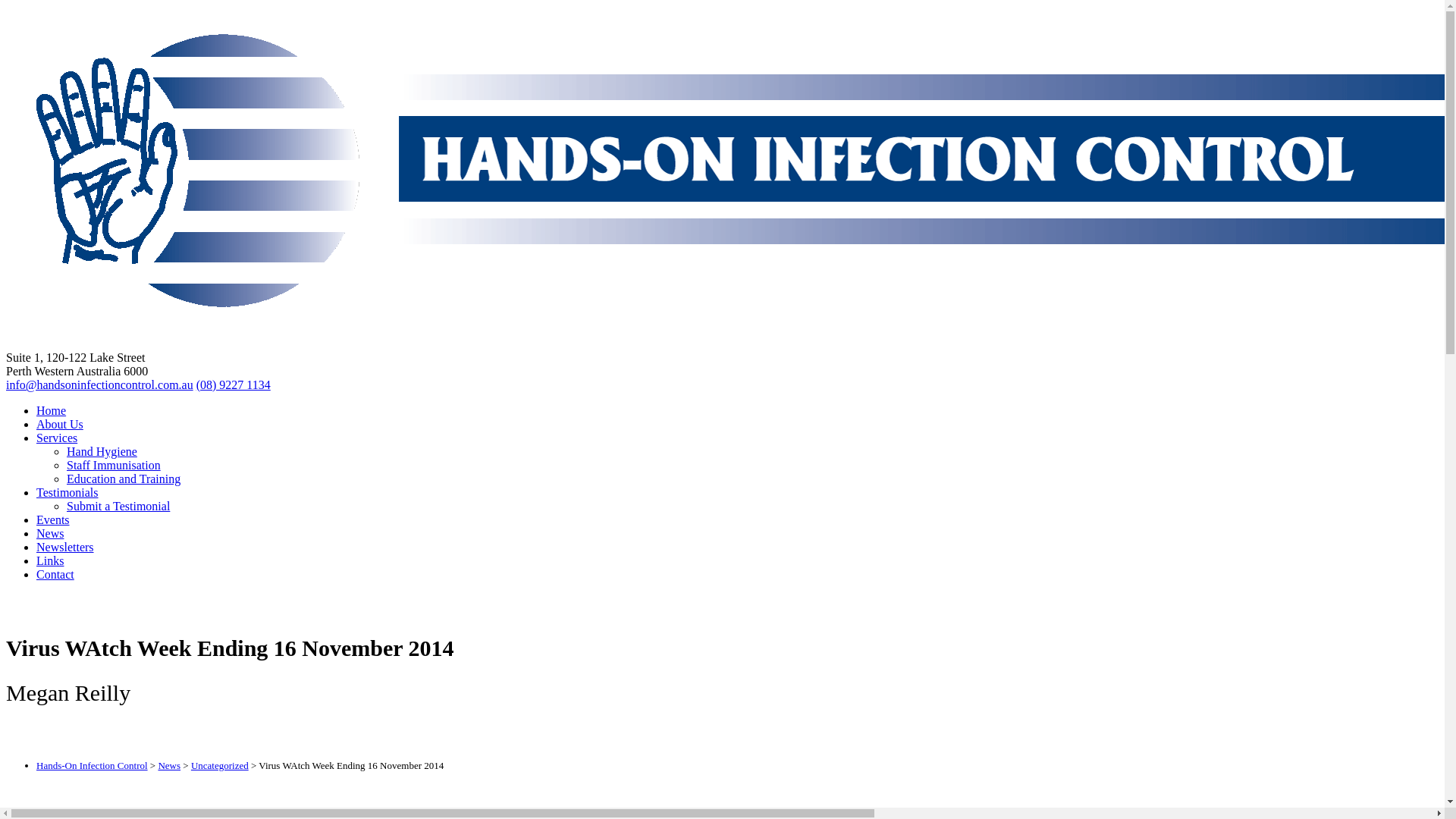 The height and width of the screenshot is (819, 1456). What do you see at coordinates (67, 492) in the screenshot?
I see `'Testimonials'` at bounding box center [67, 492].